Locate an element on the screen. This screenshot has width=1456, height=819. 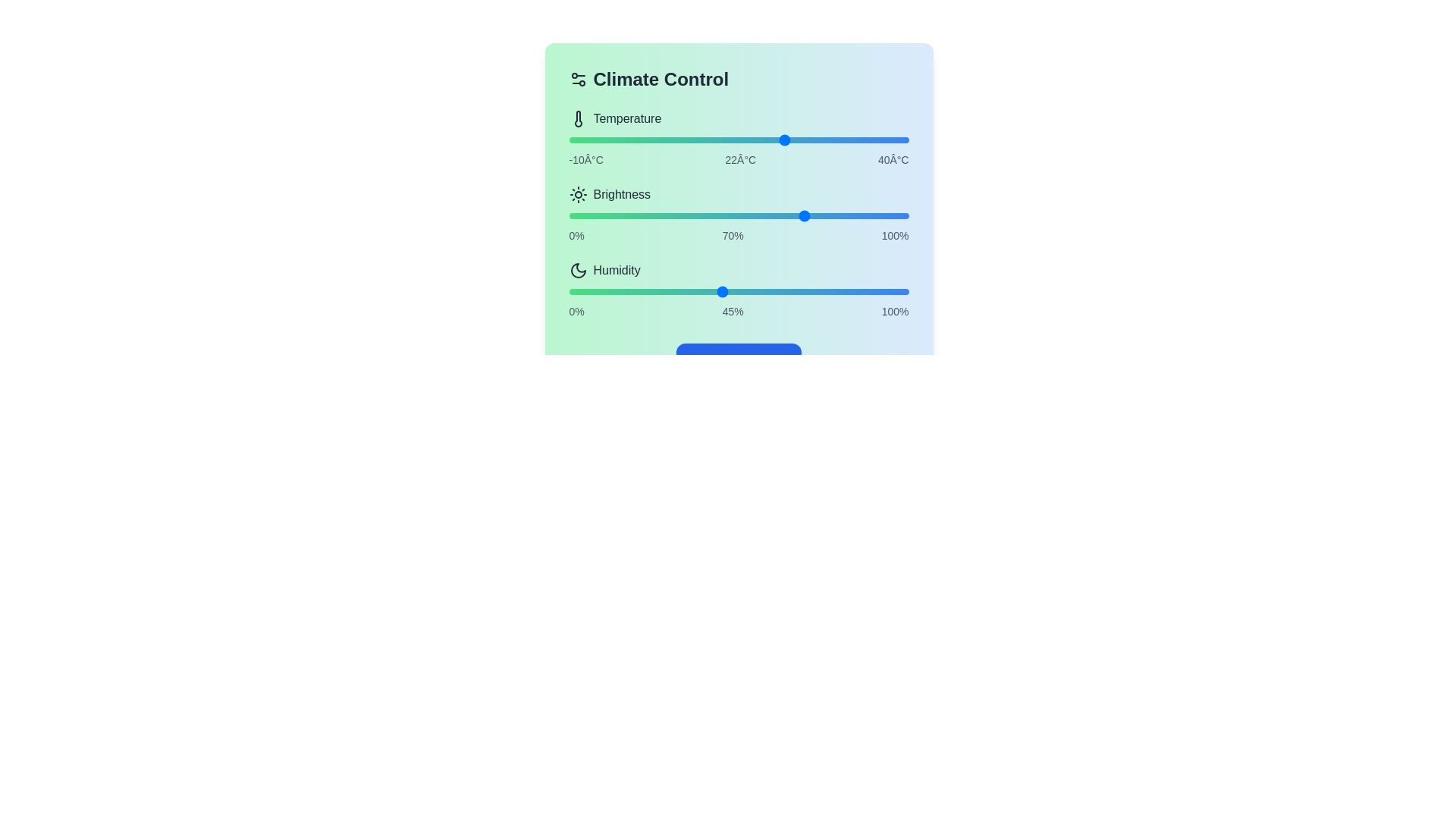
the humidity is located at coordinates (795, 292).